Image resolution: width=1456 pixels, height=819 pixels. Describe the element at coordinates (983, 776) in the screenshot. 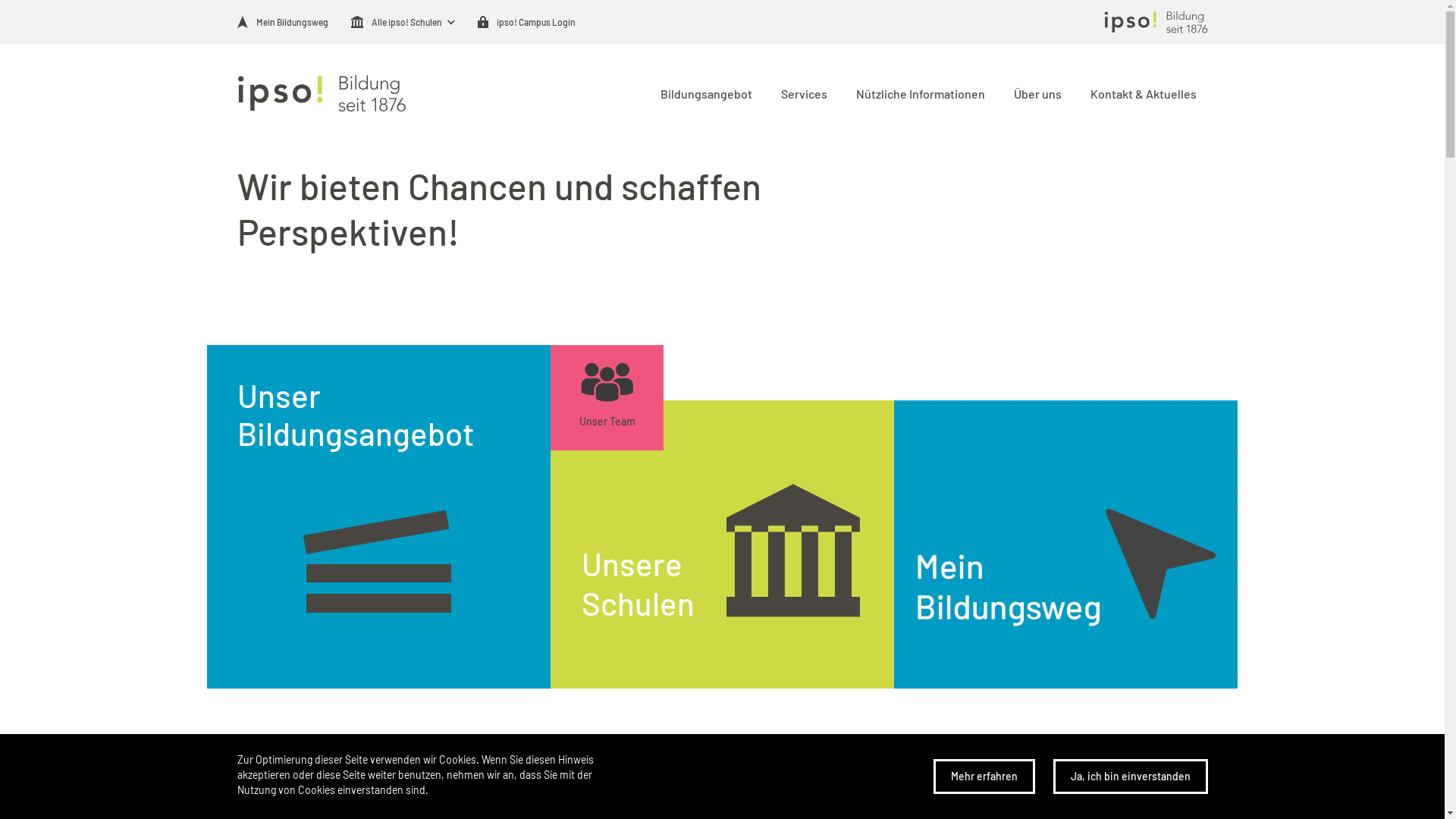

I see `'Mehr erfahren'` at that location.